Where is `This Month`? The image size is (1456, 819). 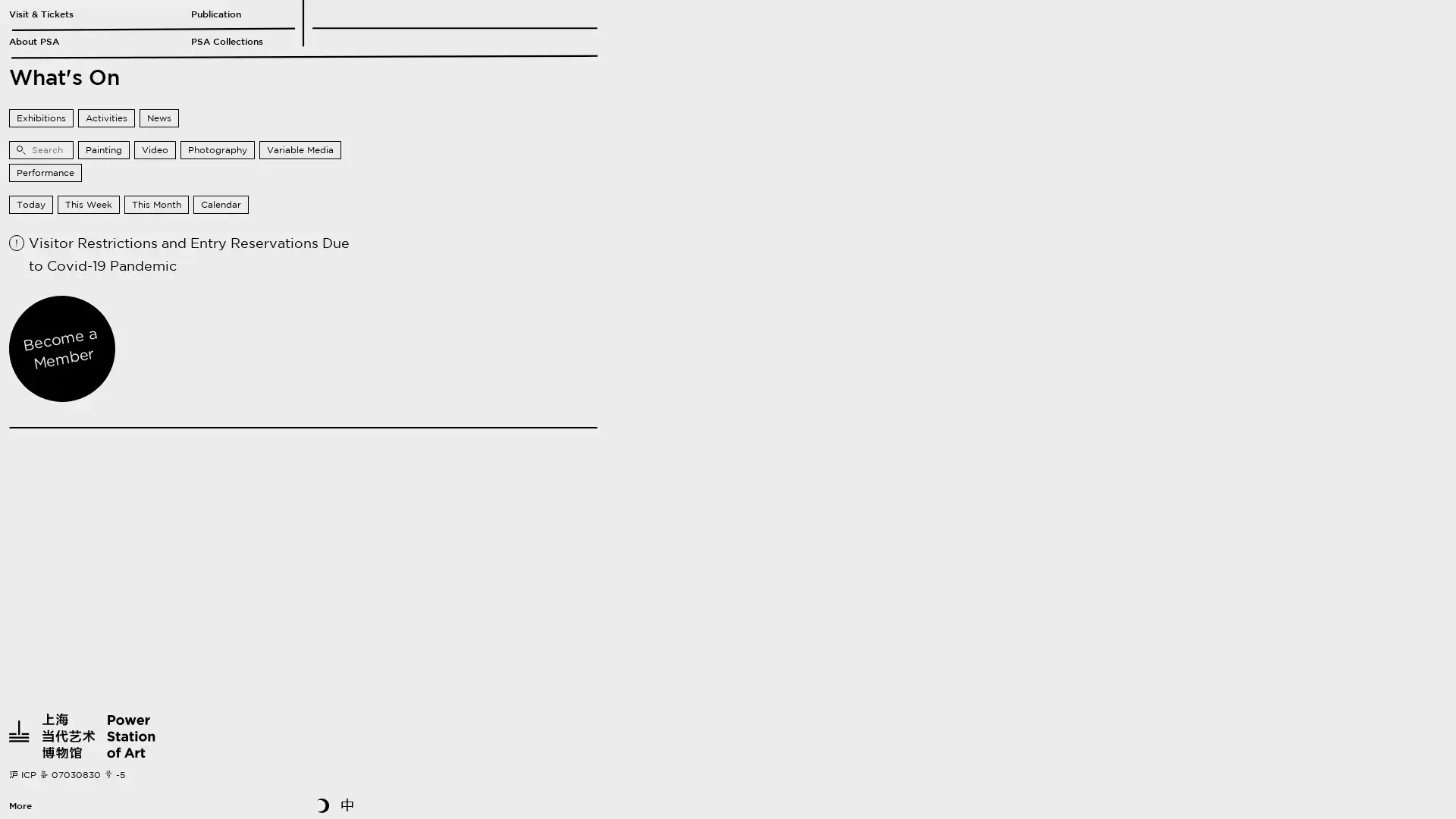
This Month is located at coordinates (156, 205).